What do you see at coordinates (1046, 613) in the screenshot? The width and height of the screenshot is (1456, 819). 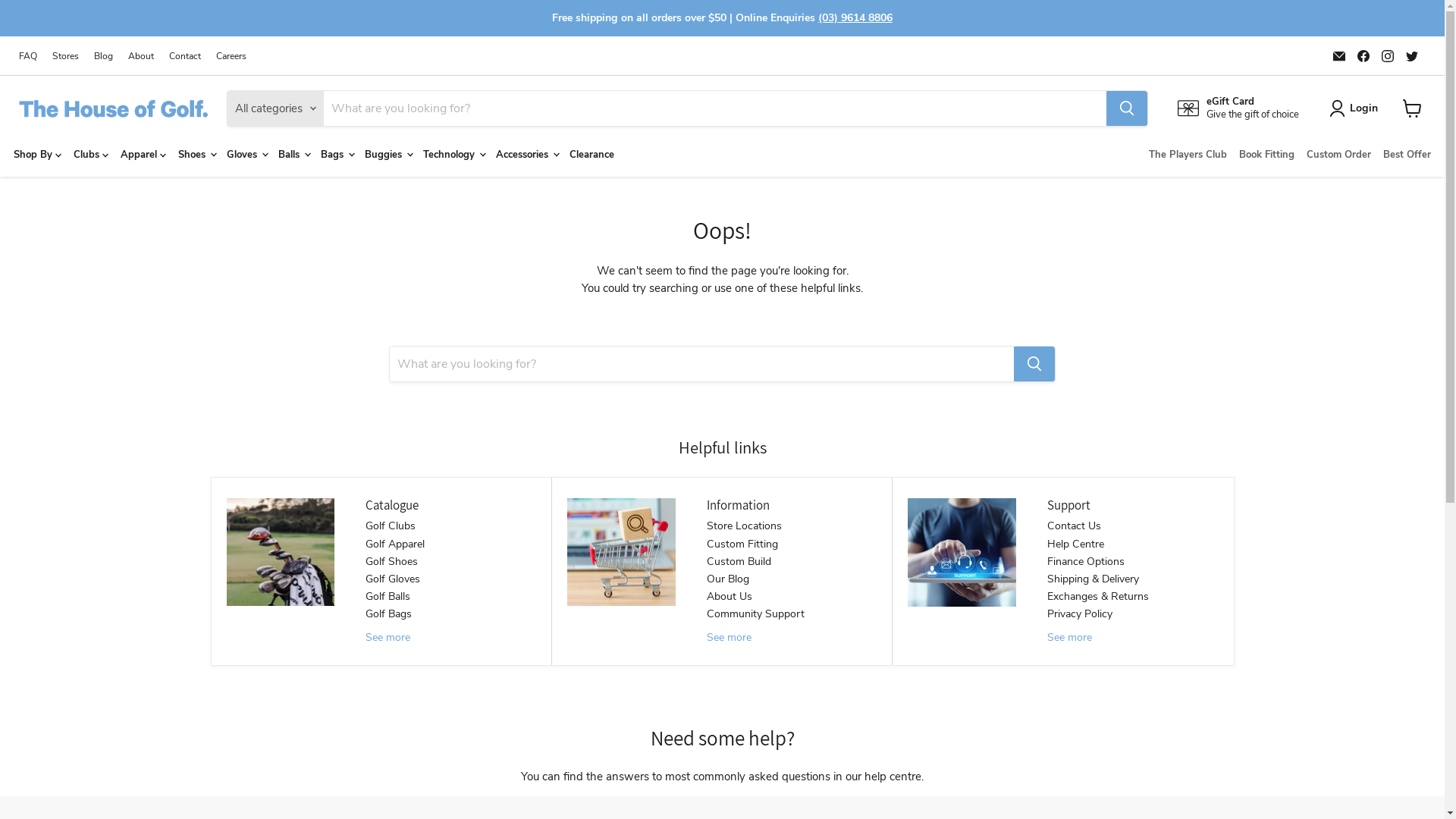 I see `'Privacy Policy'` at bounding box center [1046, 613].